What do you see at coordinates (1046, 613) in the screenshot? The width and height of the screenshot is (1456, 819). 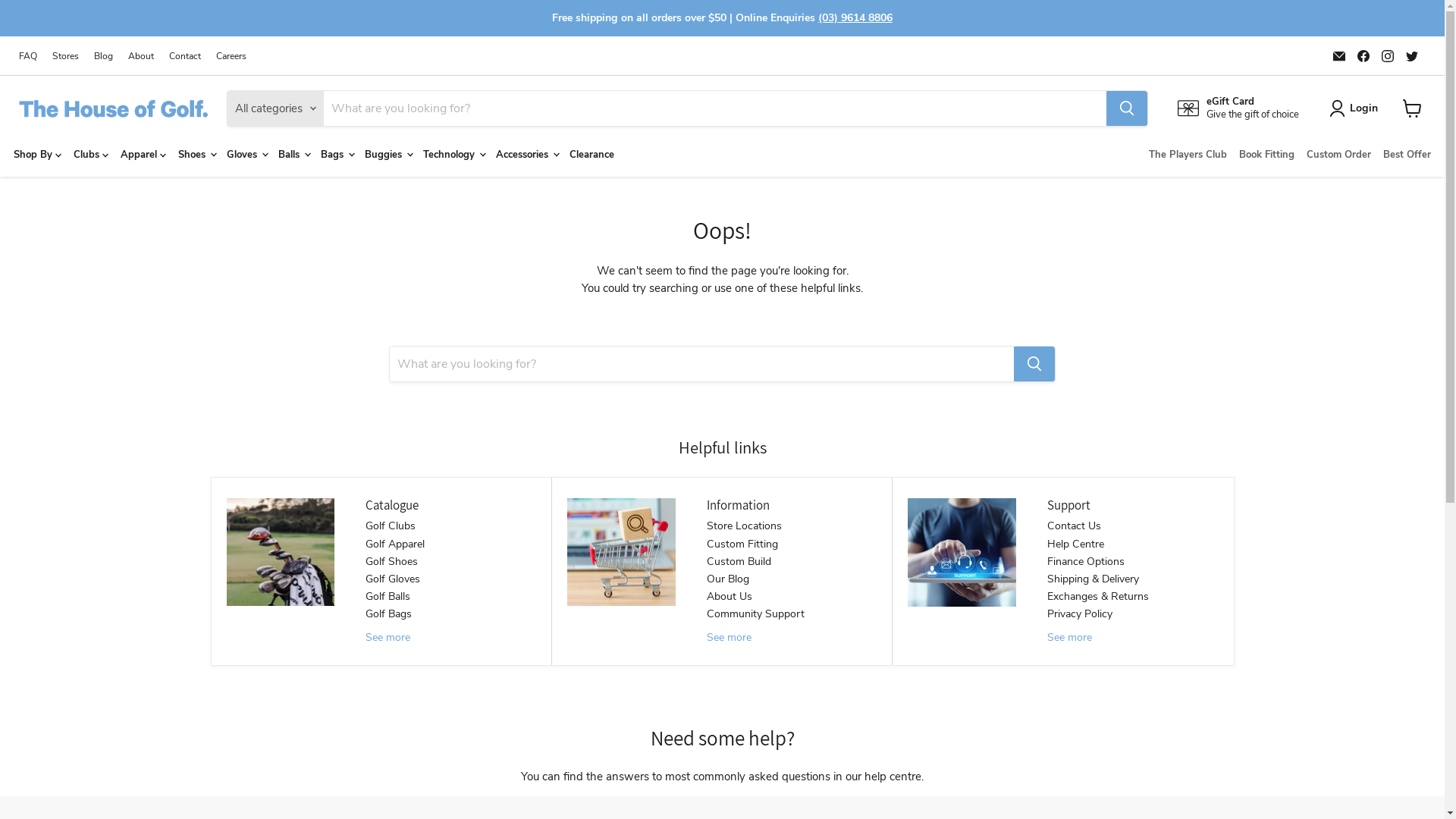 I see `'Privacy Policy'` at bounding box center [1046, 613].